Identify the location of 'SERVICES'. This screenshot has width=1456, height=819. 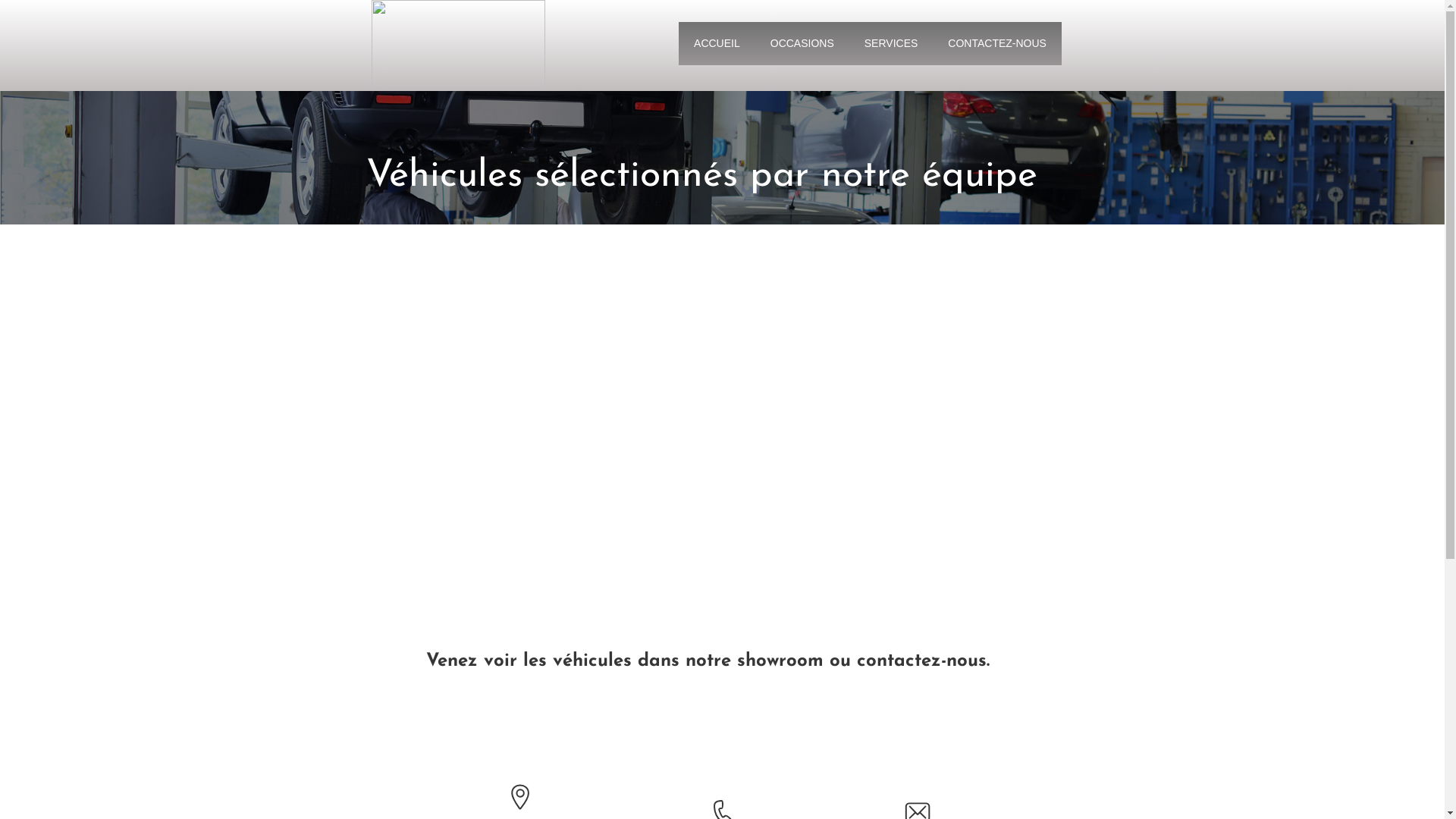
(848, 42).